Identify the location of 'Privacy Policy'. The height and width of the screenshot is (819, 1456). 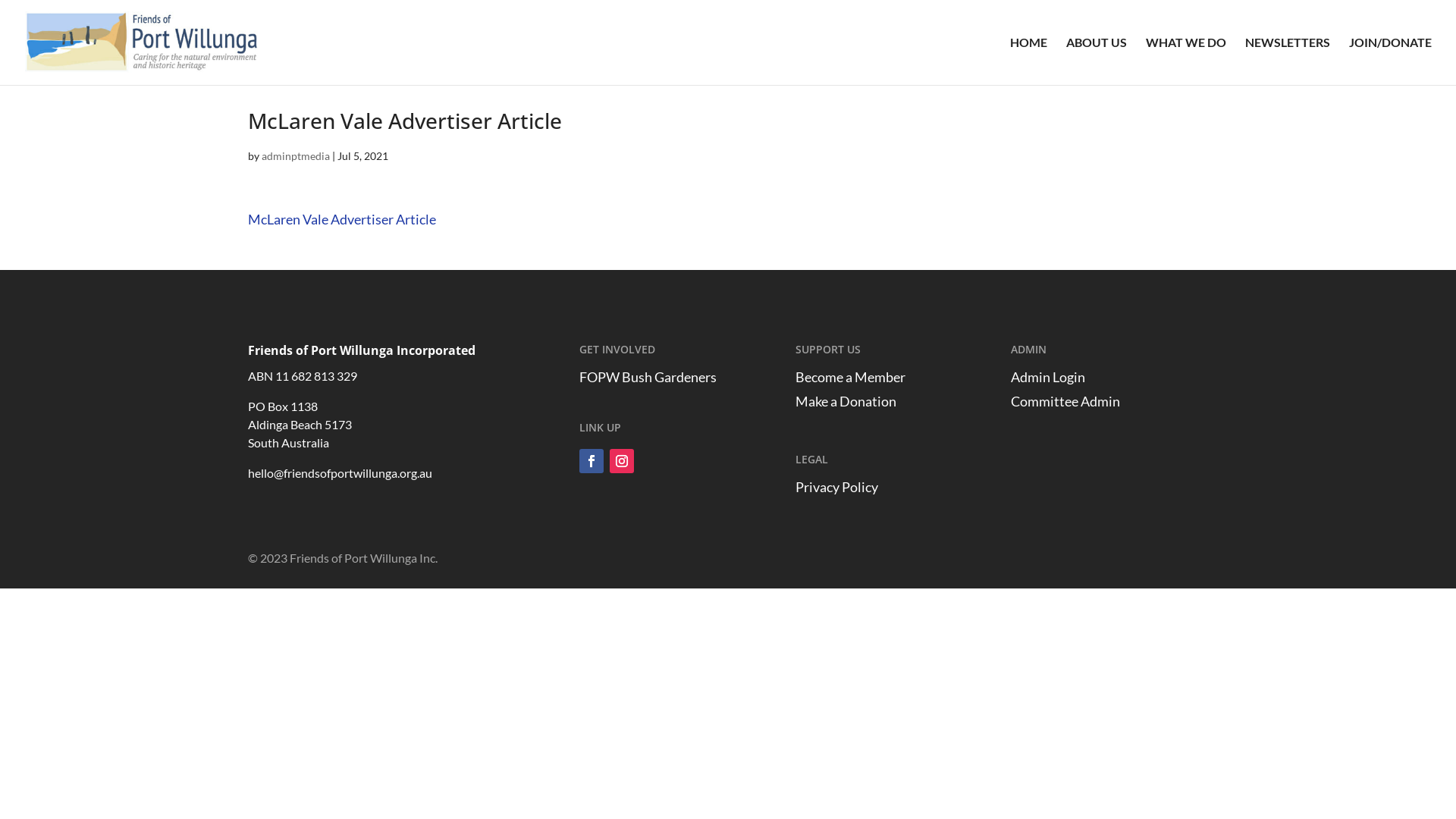
(836, 486).